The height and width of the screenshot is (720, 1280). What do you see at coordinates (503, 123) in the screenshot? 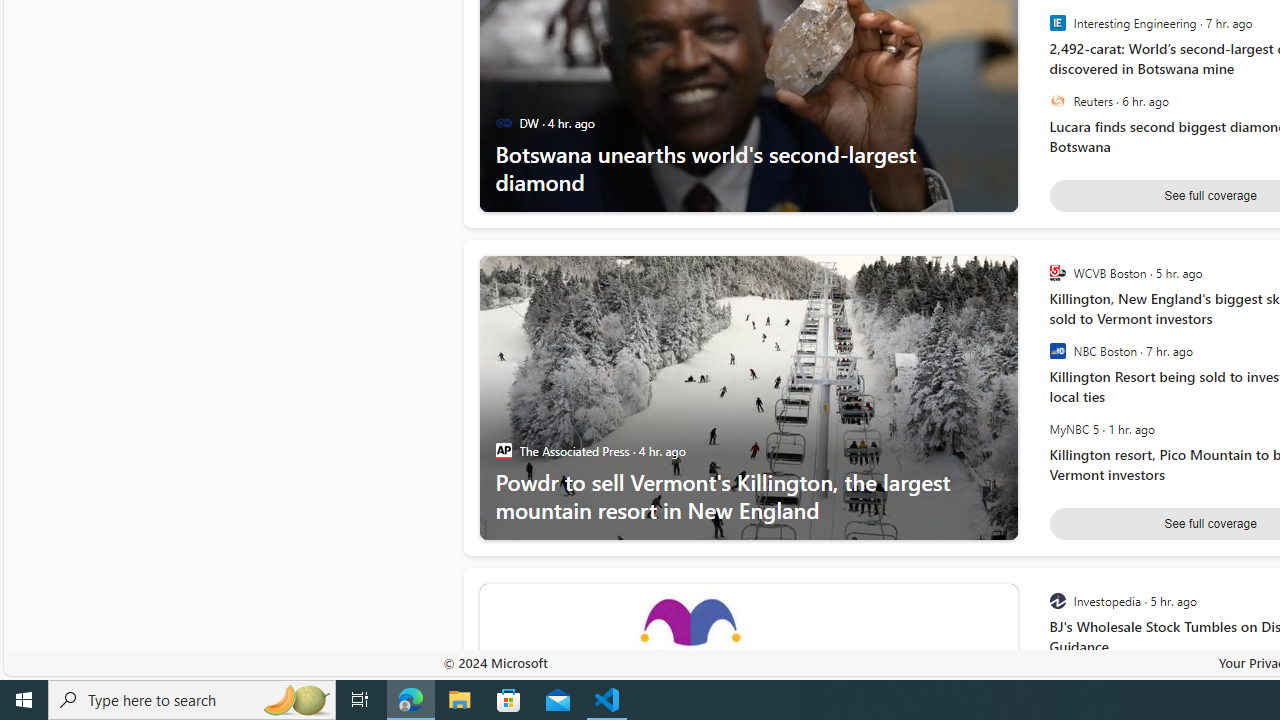
I see `'DW'` at bounding box center [503, 123].